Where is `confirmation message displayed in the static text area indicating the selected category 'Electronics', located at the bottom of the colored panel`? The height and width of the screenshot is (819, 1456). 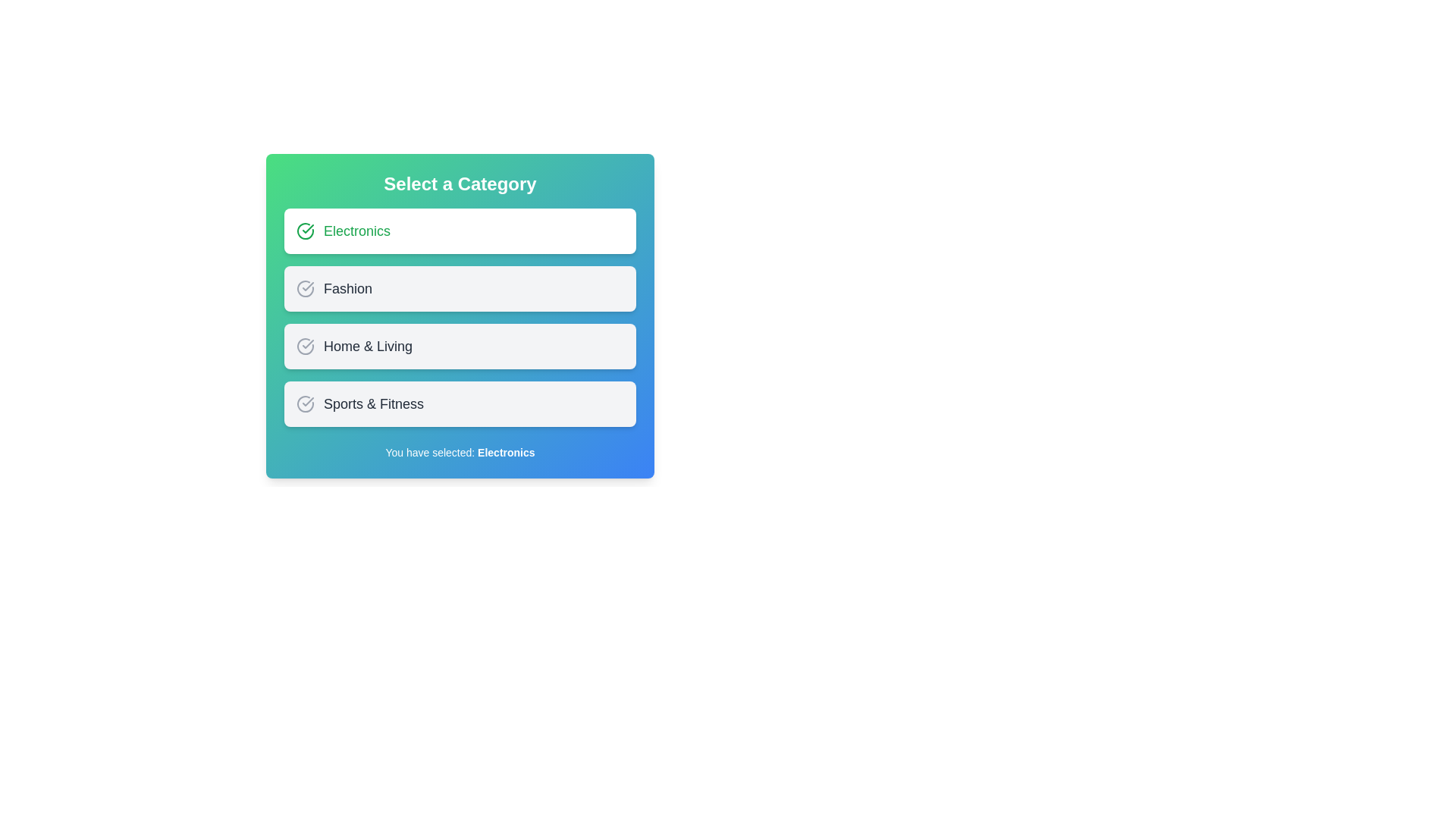
confirmation message displayed in the static text area indicating the selected category 'Electronics', located at the bottom of the colored panel is located at coordinates (459, 452).